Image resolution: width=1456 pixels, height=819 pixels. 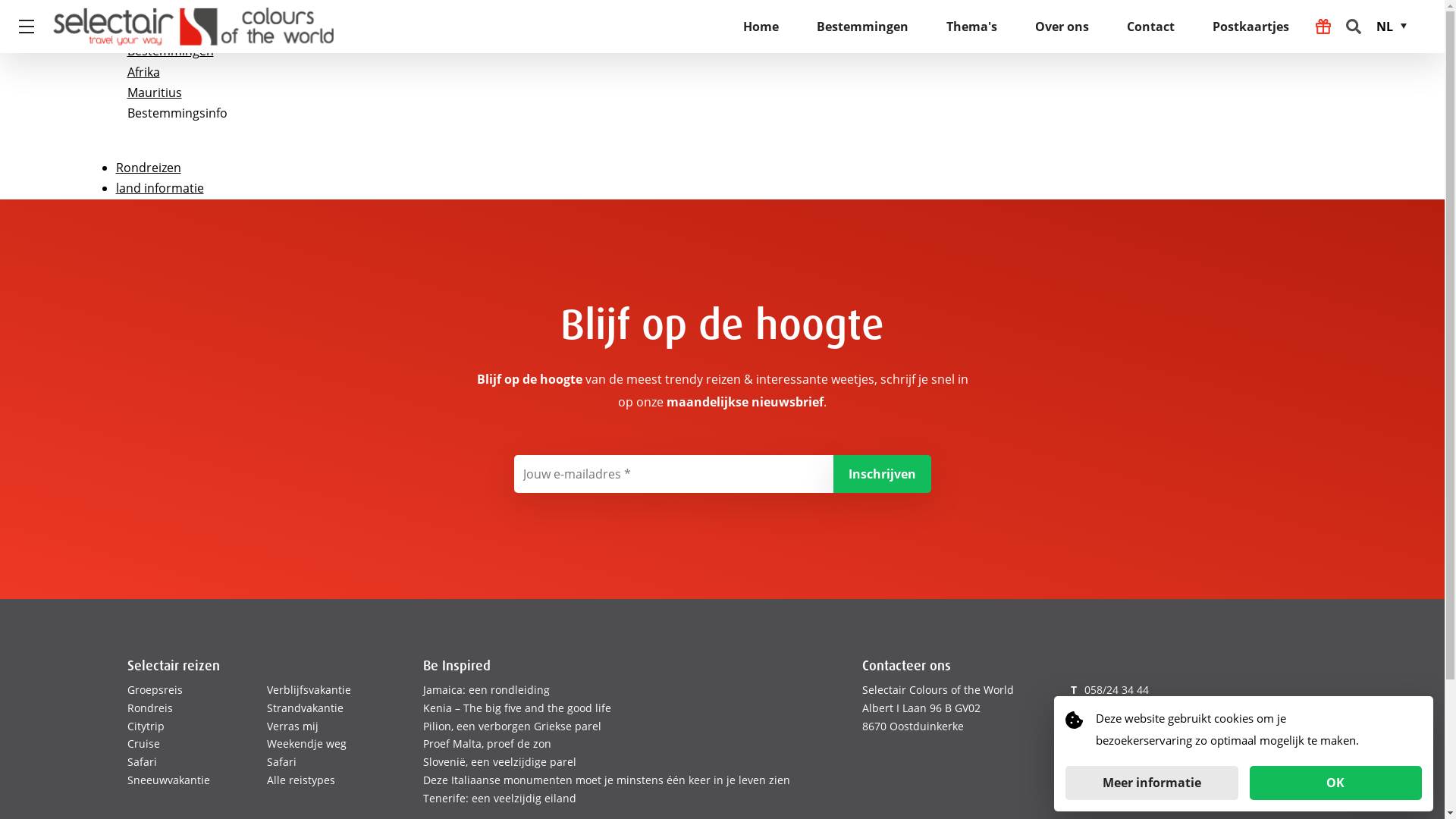 I want to click on 'Groepsreis', so click(x=127, y=689).